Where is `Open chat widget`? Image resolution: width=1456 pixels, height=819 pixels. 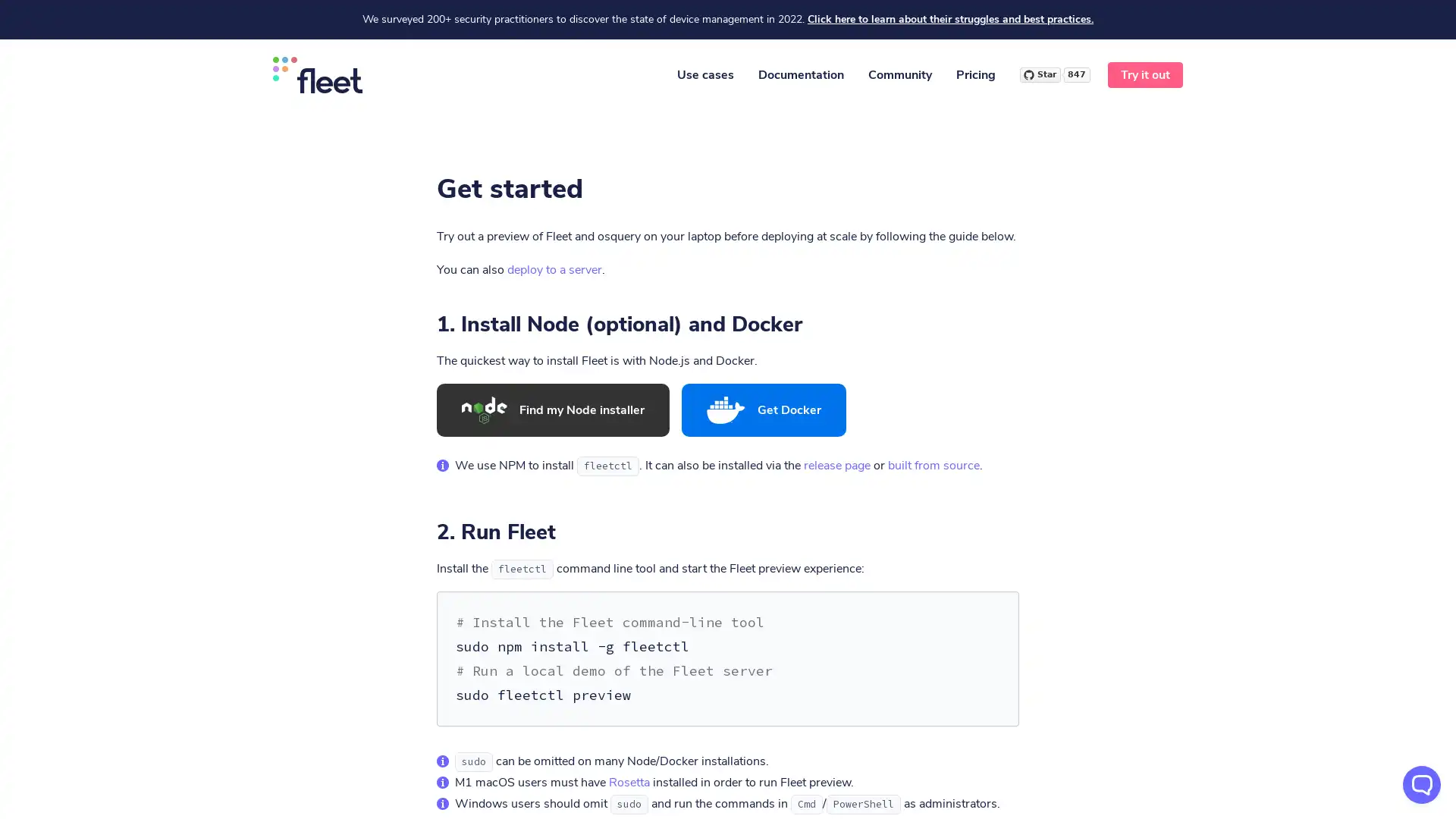
Open chat widget is located at coordinates (1421, 784).